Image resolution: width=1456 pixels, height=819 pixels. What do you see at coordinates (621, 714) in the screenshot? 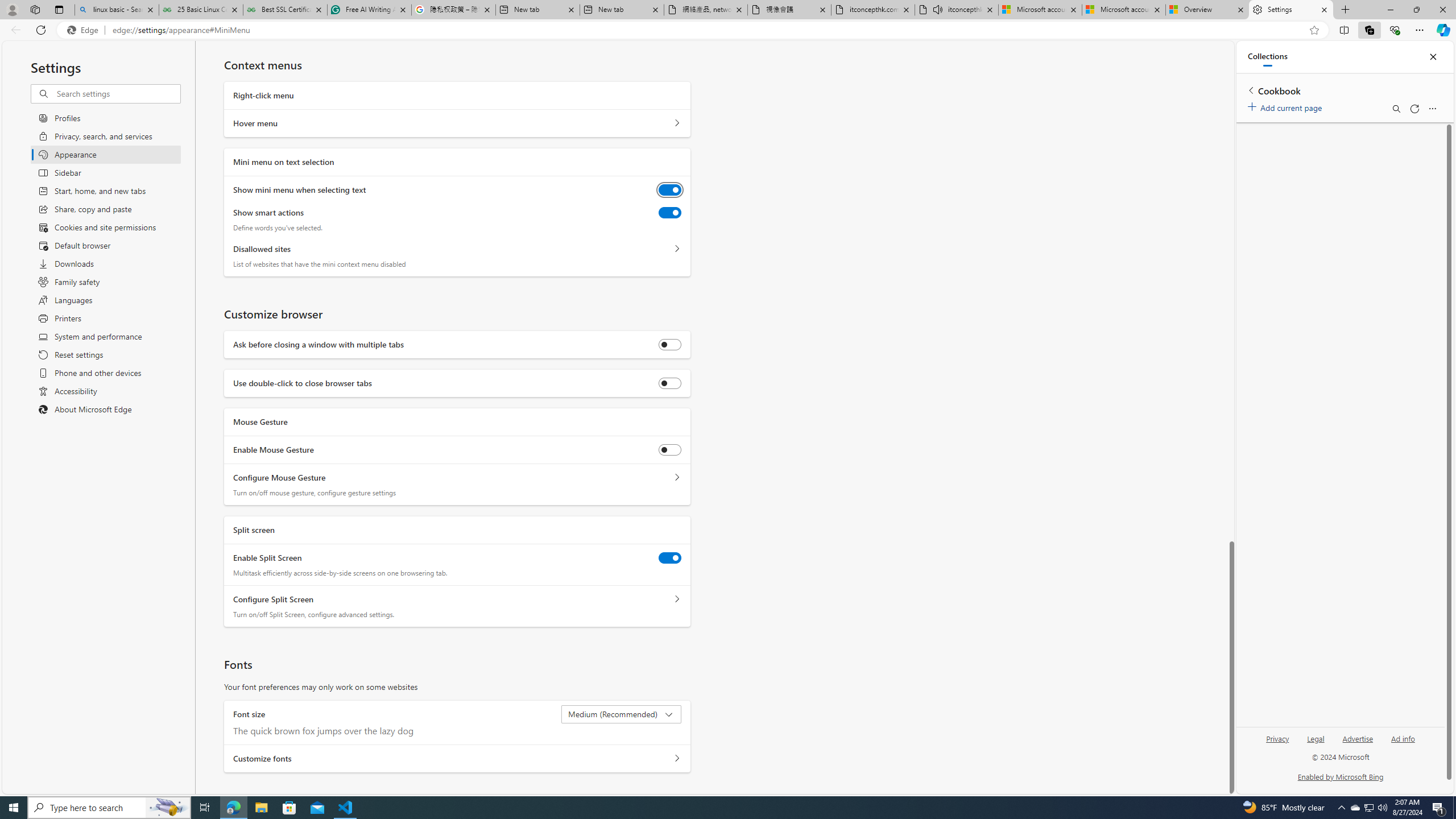
I see `'Font size Medium (Recommended)'` at bounding box center [621, 714].